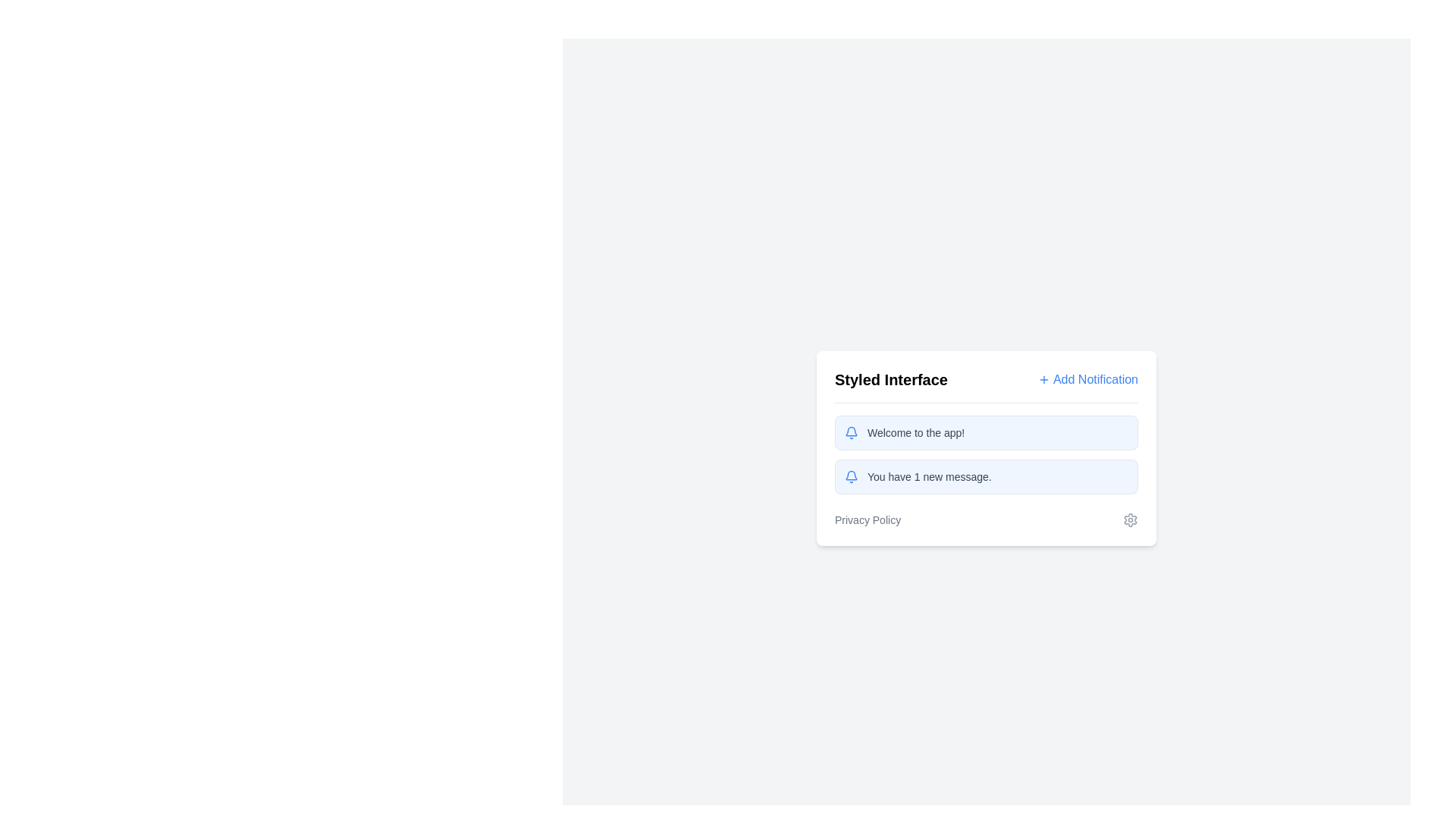 The height and width of the screenshot is (819, 1456). Describe the element at coordinates (852, 475) in the screenshot. I see `the bell icon with a blue outline located at the start of the notification panel that reads 'You have 1 new message.'` at that location.